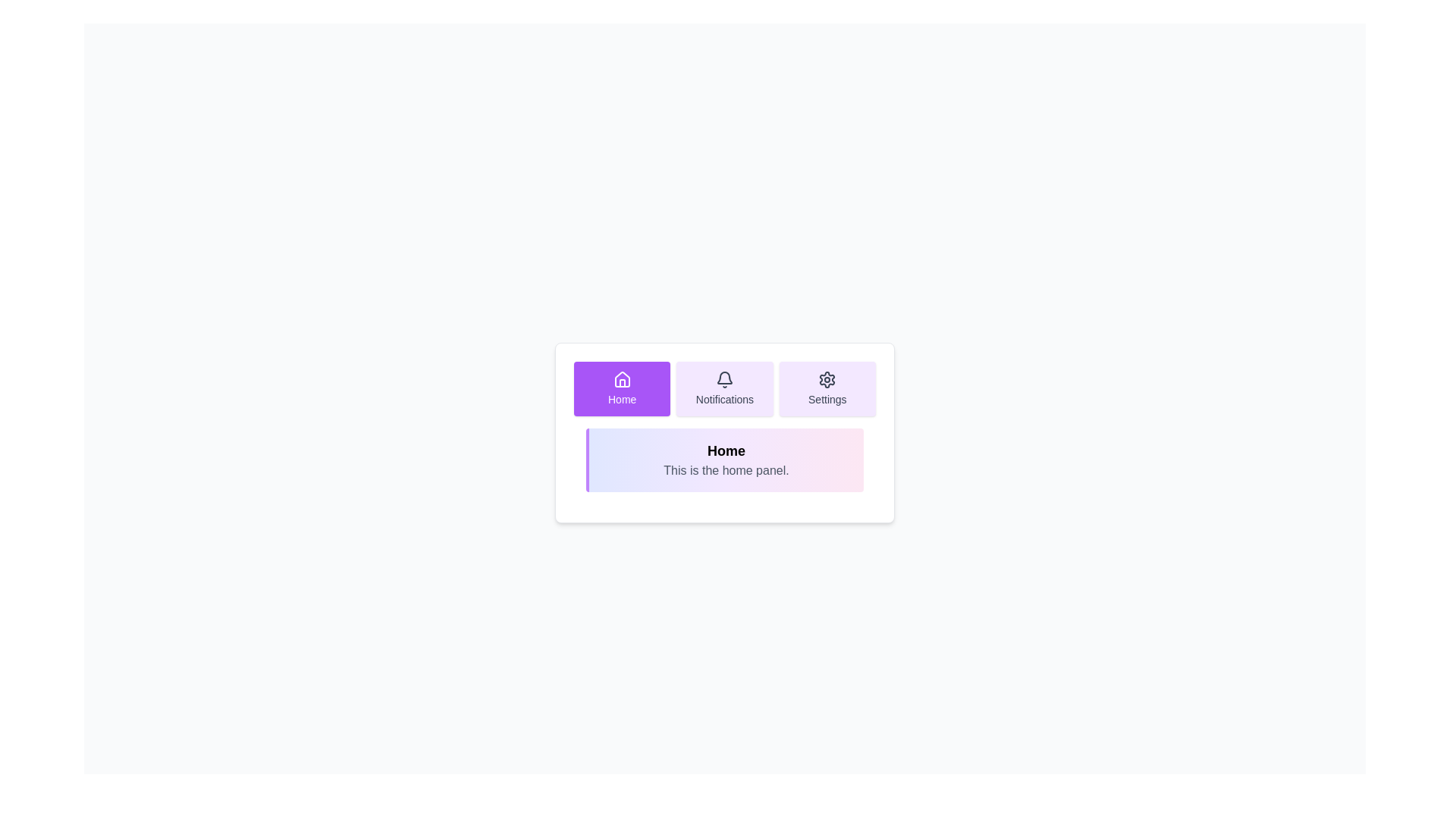 Image resolution: width=1456 pixels, height=819 pixels. What do you see at coordinates (622, 399) in the screenshot?
I see `the 'Home' text label, which is styled with a small-sized font and located centrally within a purple rounded rectangular button below a house icon` at bounding box center [622, 399].